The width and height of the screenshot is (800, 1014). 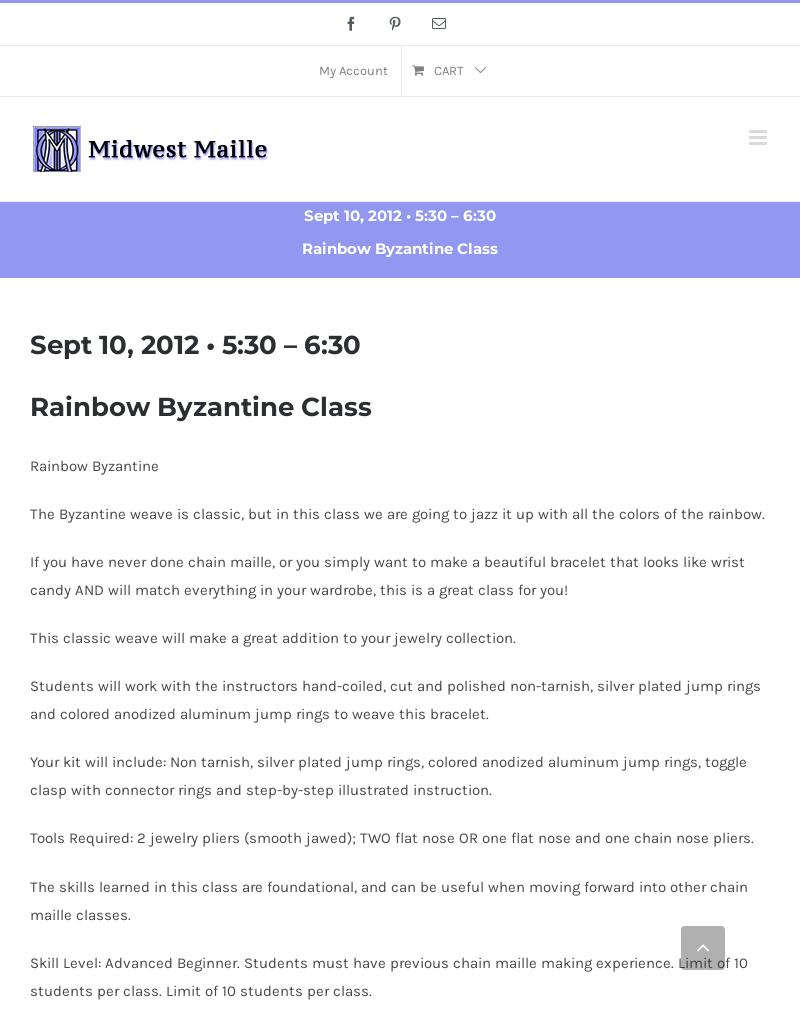 I want to click on 'Skill Level: Advanced Beginner. Students must have previous chain maille making experience. Limit of 10 students per class. Limit of 10 students per class.', so click(x=30, y=975).